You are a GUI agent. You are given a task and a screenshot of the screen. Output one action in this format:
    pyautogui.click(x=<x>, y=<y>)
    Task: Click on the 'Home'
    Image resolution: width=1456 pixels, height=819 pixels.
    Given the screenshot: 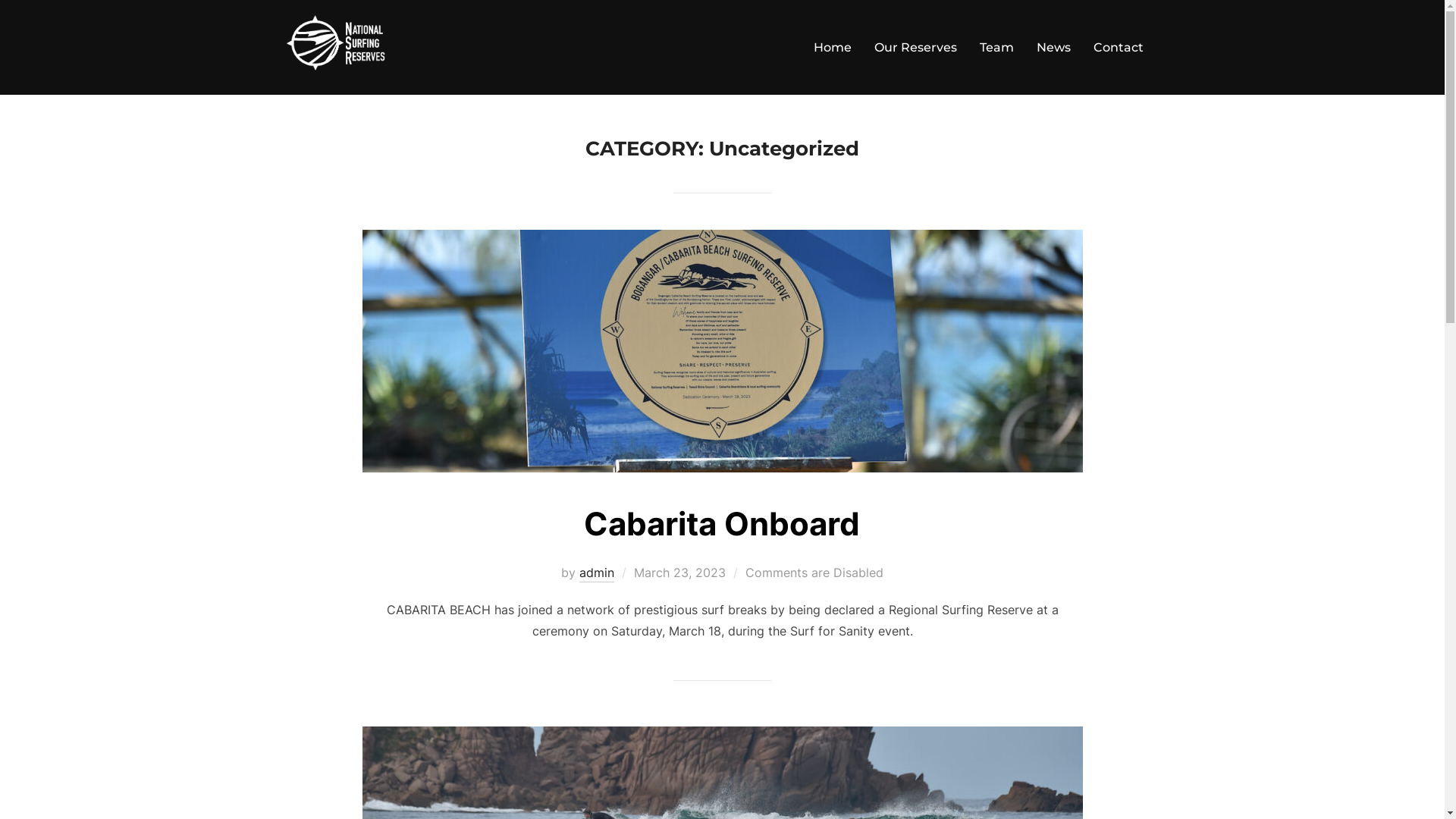 What is the action you would take?
    pyautogui.click(x=831, y=46)
    